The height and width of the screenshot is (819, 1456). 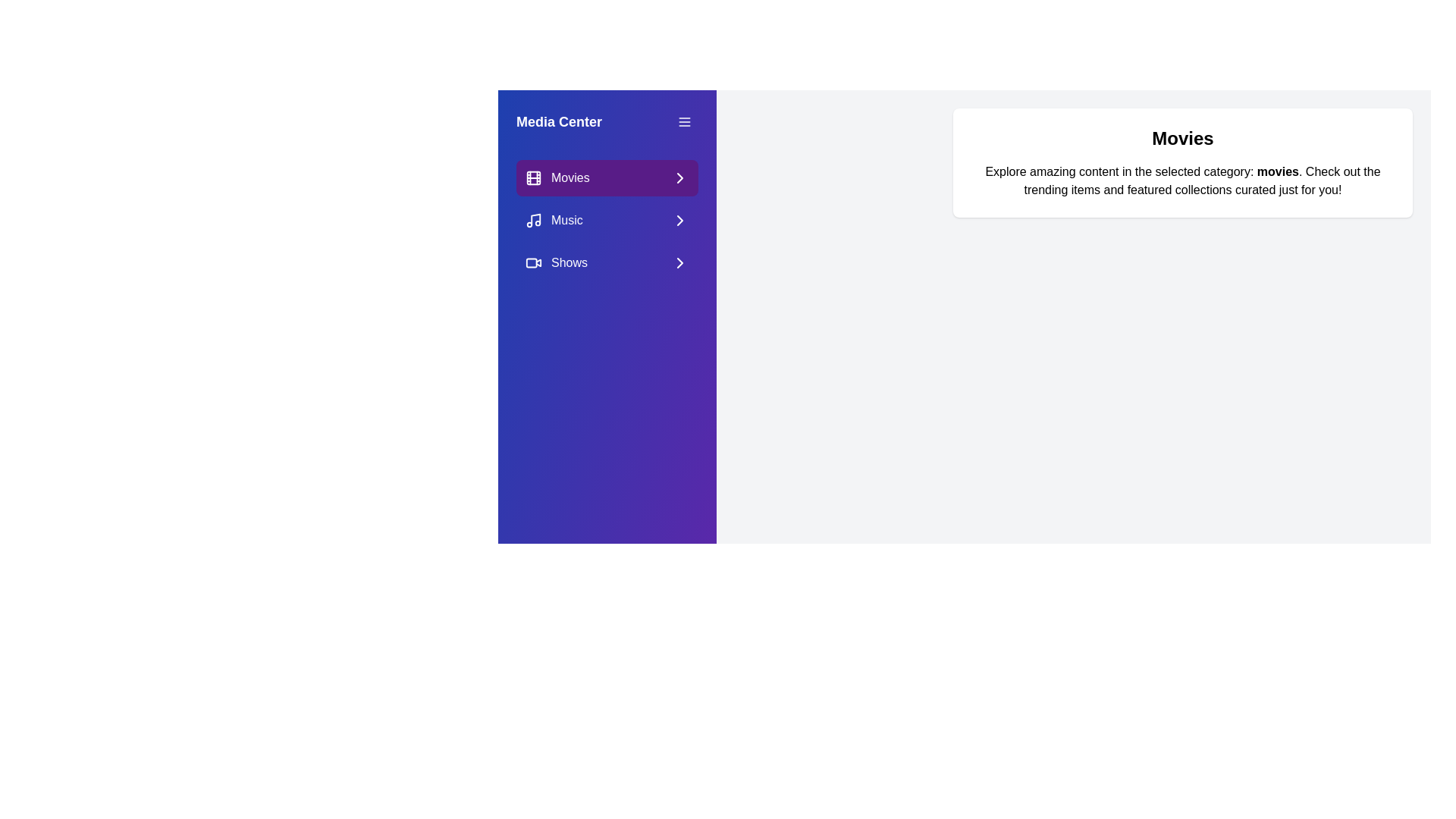 I want to click on the third chevron icon in the left vertical sidebar, which is positioned right next to the 'Shows' text, so click(x=679, y=262).